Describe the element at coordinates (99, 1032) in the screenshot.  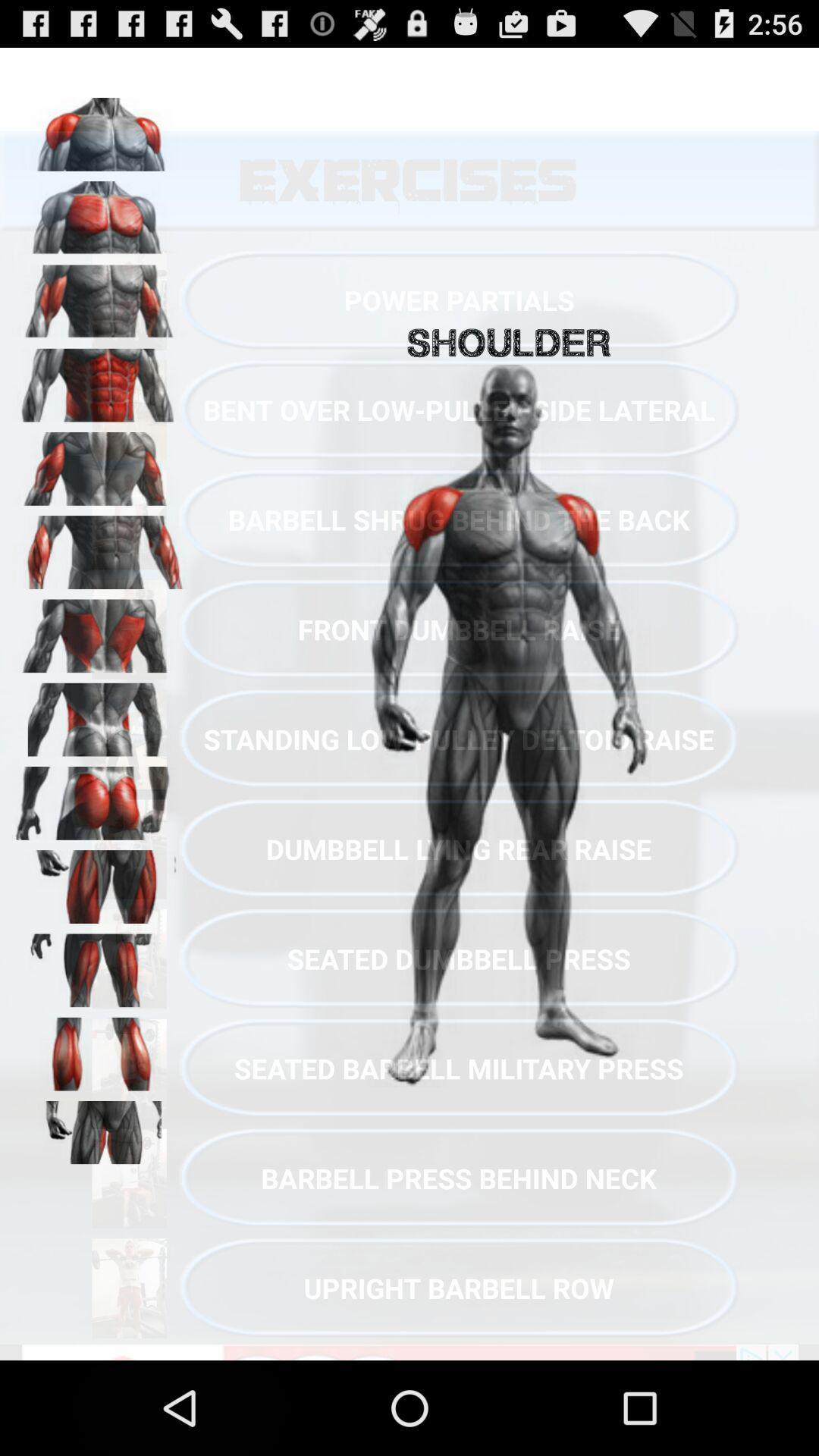
I see `the font icon` at that location.